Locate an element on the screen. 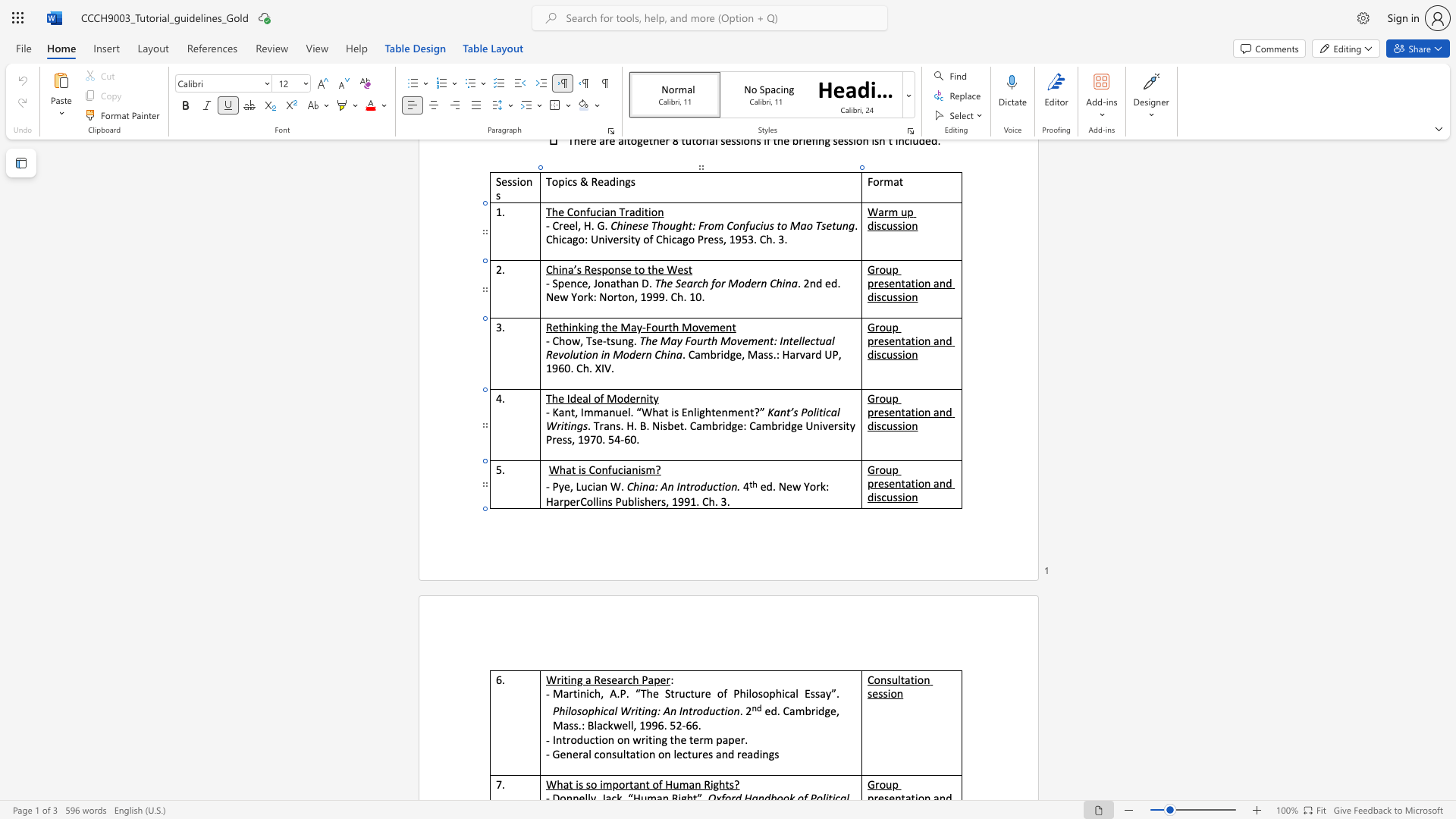 The width and height of the screenshot is (1456, 819). the space between the continuous character "e" and "," in the text is located at coordinates (568, 487).